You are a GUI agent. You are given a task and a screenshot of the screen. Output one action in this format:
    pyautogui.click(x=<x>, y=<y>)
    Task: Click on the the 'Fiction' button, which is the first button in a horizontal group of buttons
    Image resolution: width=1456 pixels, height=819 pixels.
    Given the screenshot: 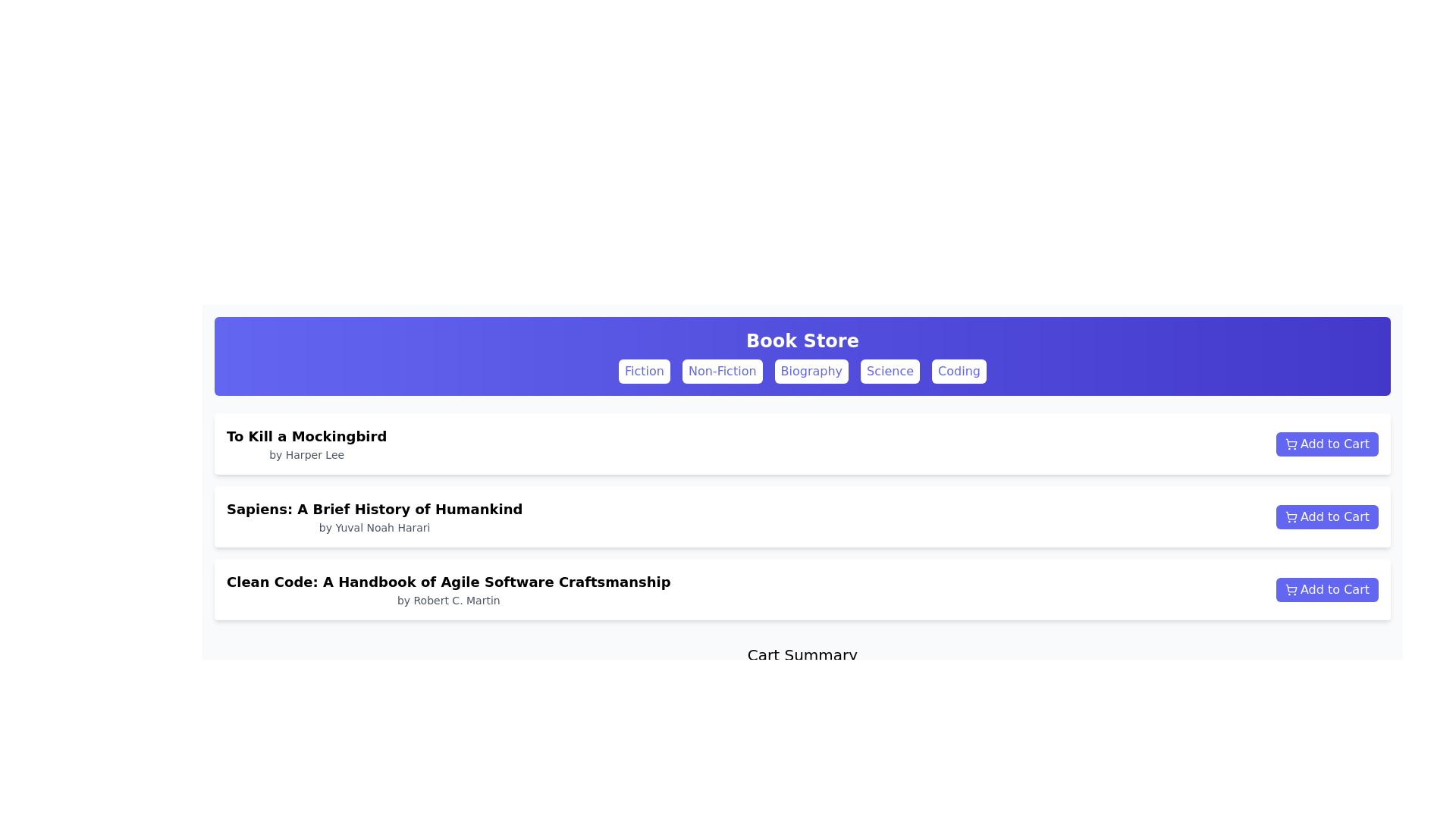 What is the action you would take?
    pyautogui.click(x=644, y=371)
    